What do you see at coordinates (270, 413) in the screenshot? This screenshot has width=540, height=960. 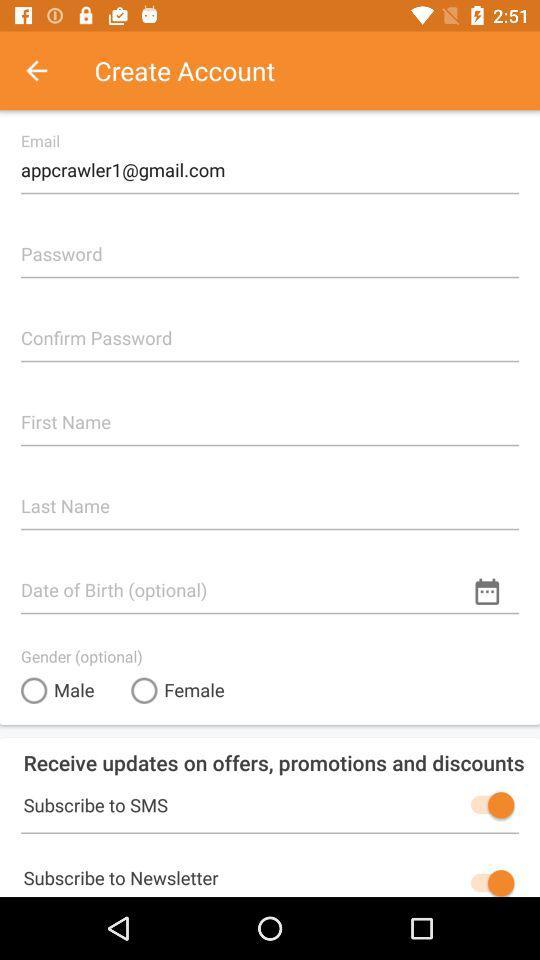 I see `it is used to login our data by using our first name for better protection` at bounding box center [270, 413].